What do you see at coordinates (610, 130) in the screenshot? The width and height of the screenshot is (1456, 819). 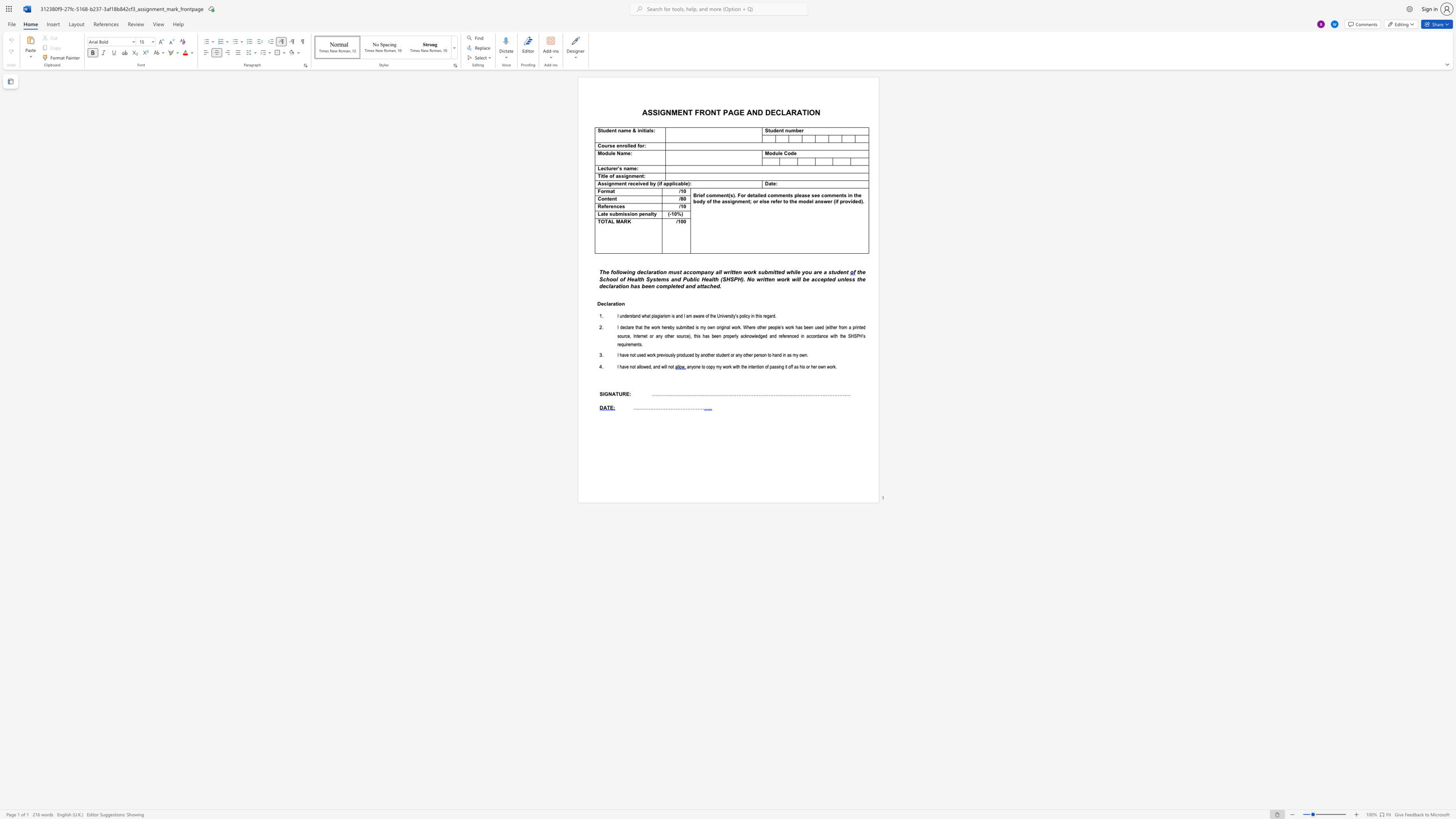 I see `the 1th character "e" in the text` at bounding box center [610, 130].